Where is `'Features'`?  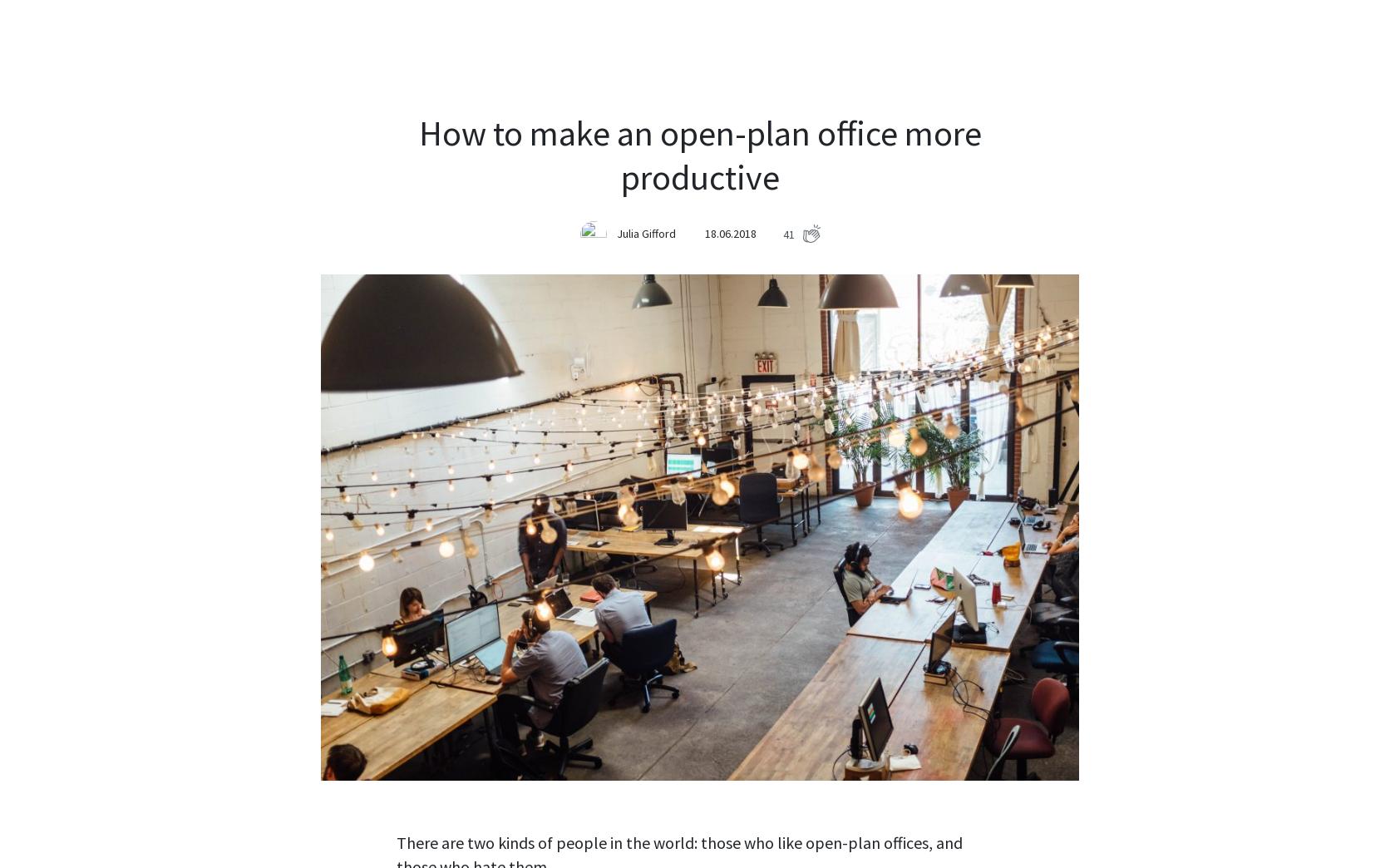
'Features' is located at coordinates (614, 37).